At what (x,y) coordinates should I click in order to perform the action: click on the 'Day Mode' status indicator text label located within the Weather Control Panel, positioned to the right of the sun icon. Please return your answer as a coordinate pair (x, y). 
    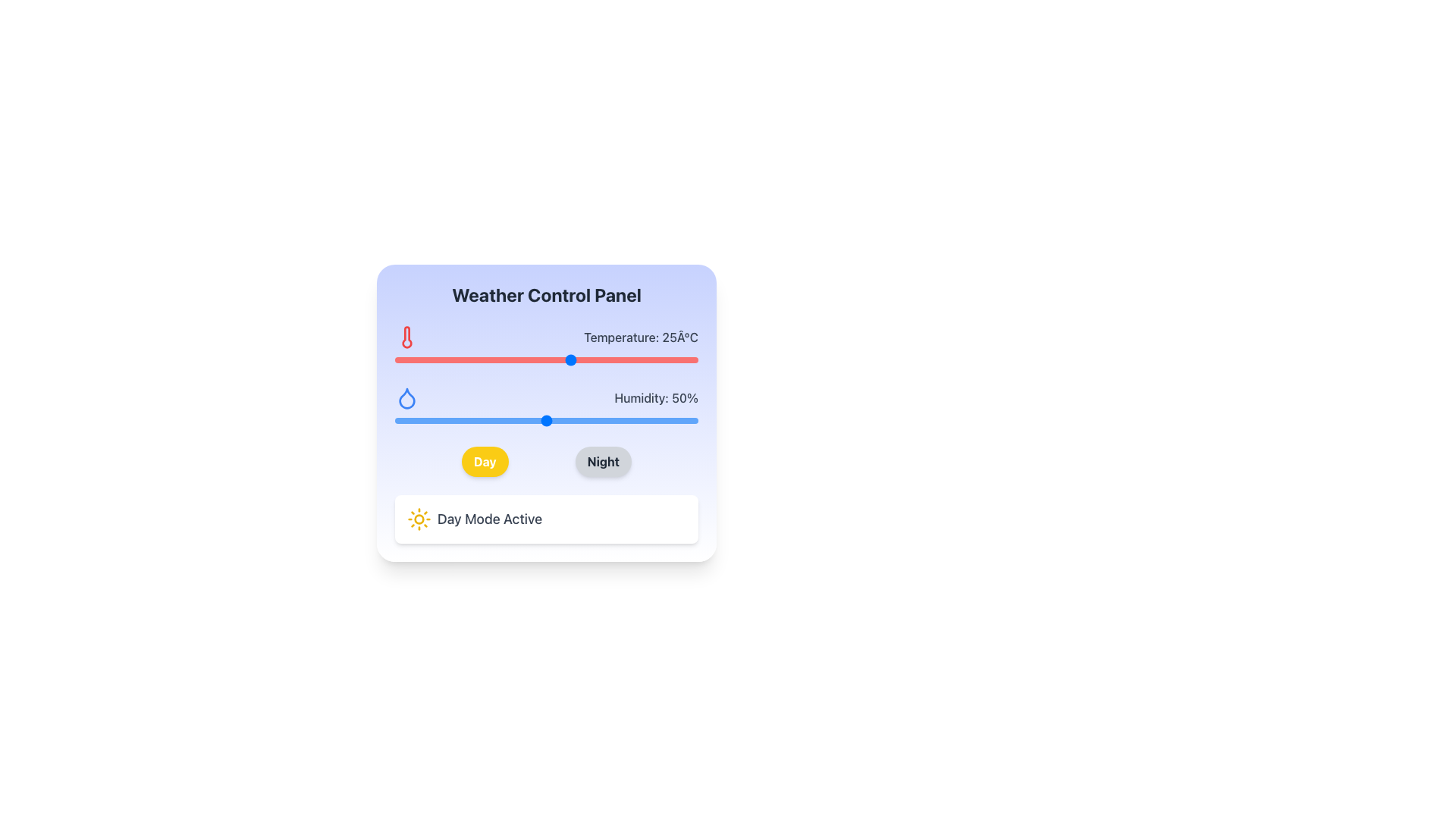
    Looking at the image, I should click on (490, 519).